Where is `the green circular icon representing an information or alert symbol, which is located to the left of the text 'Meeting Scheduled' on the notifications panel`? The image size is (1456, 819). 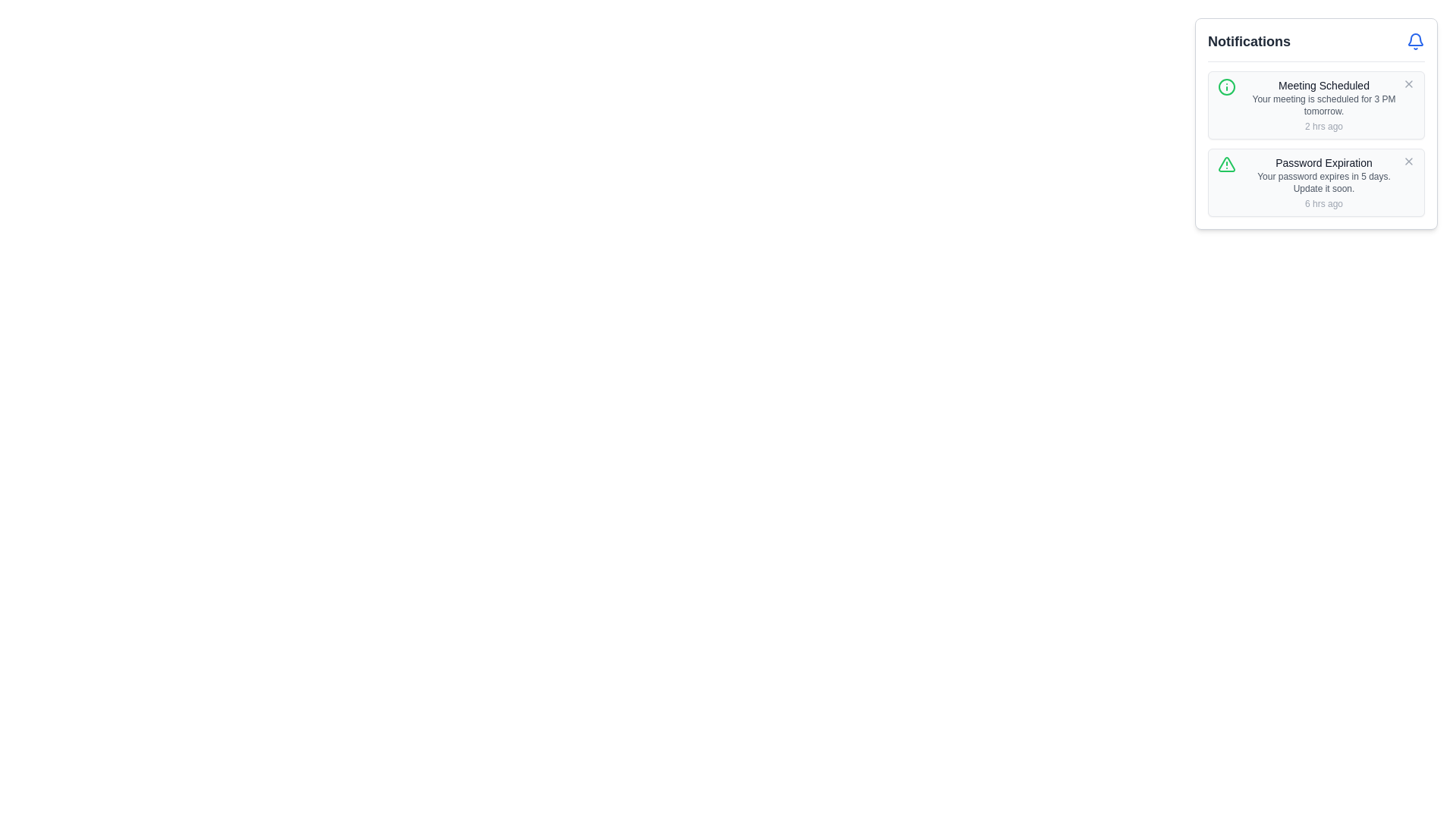
the green circular icon representing an information or alert symbol, which is located to the left of the text 'Meeting Scheduled' on the notifications panel is located at coordinates (1226, 87).